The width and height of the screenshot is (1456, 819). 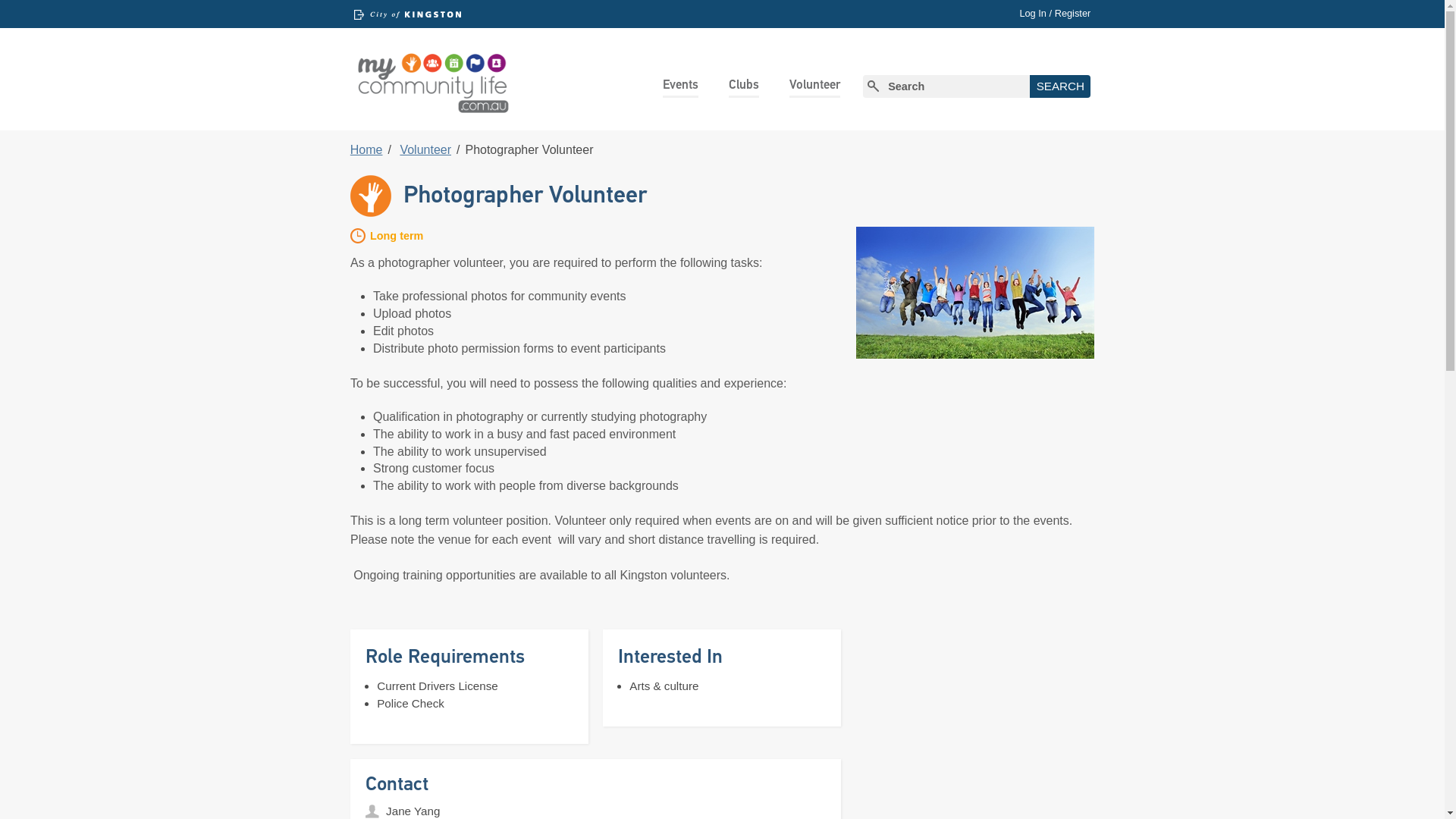 What do you see at coordinates (743, 84) in the screenshot?
I see `'Clubs'` at bounding box center [743, 84].